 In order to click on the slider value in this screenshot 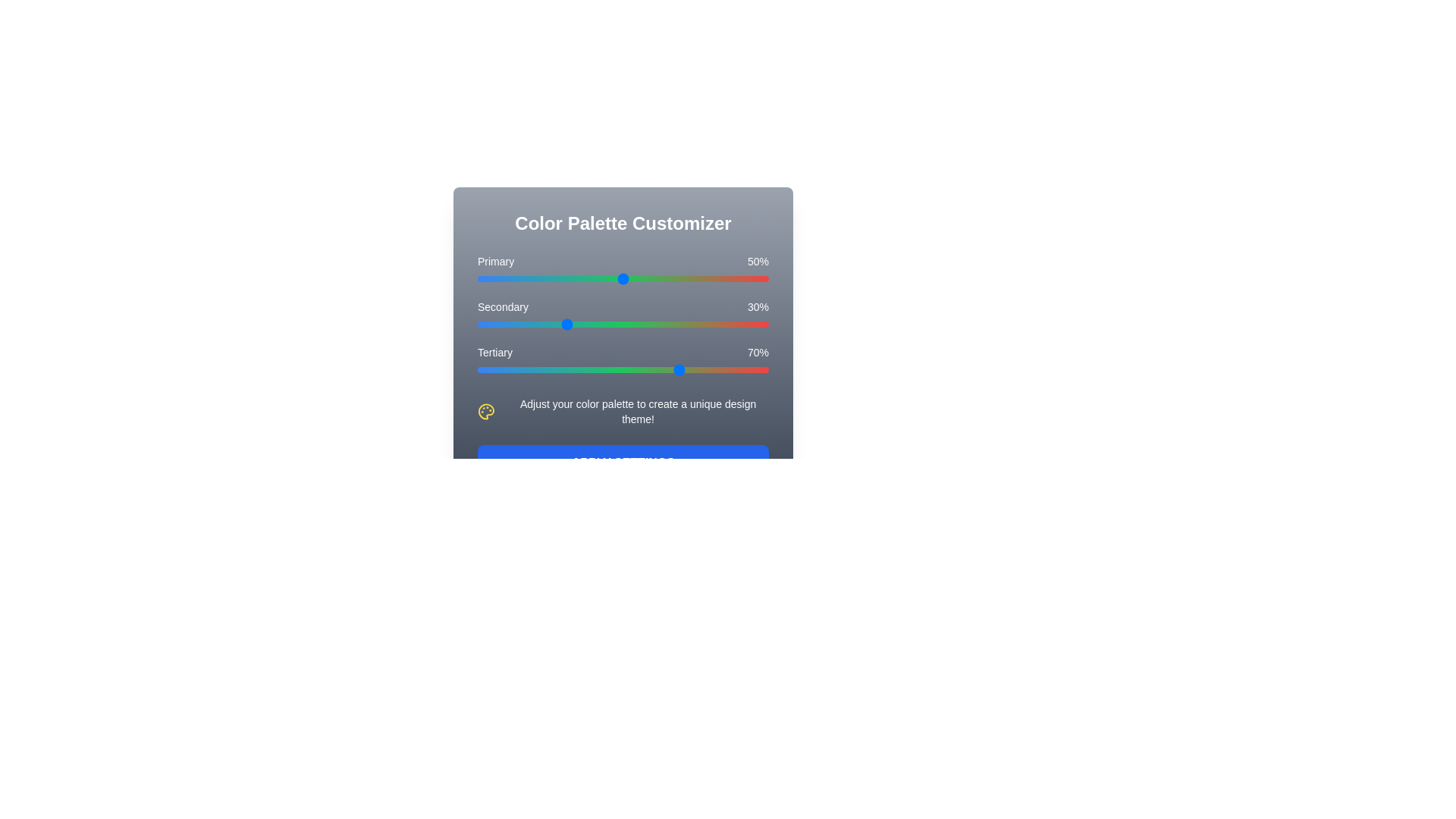, I will do `click(731, 324)`.